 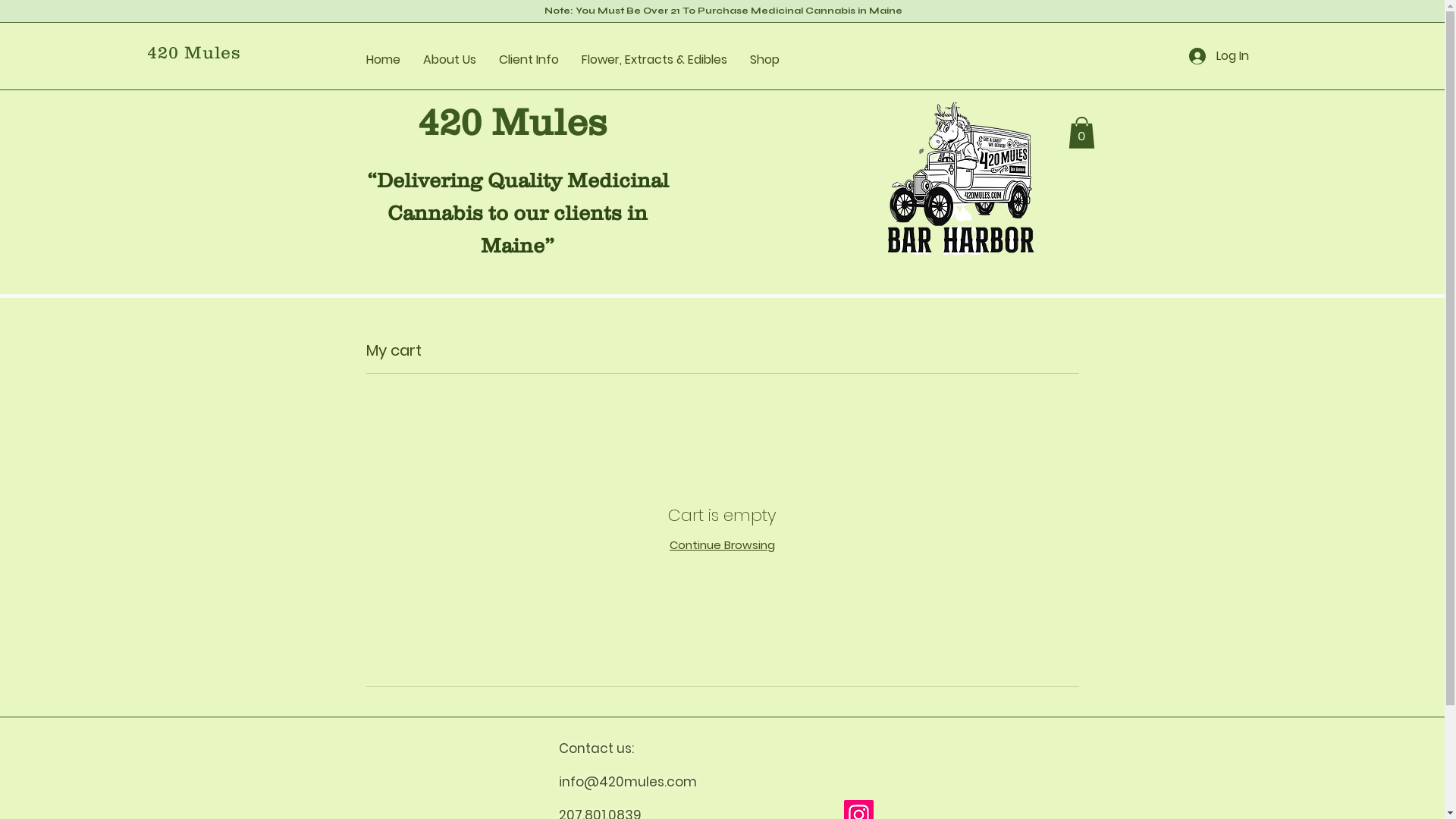 I want to click on 'Home', so click(x=383, y=58).